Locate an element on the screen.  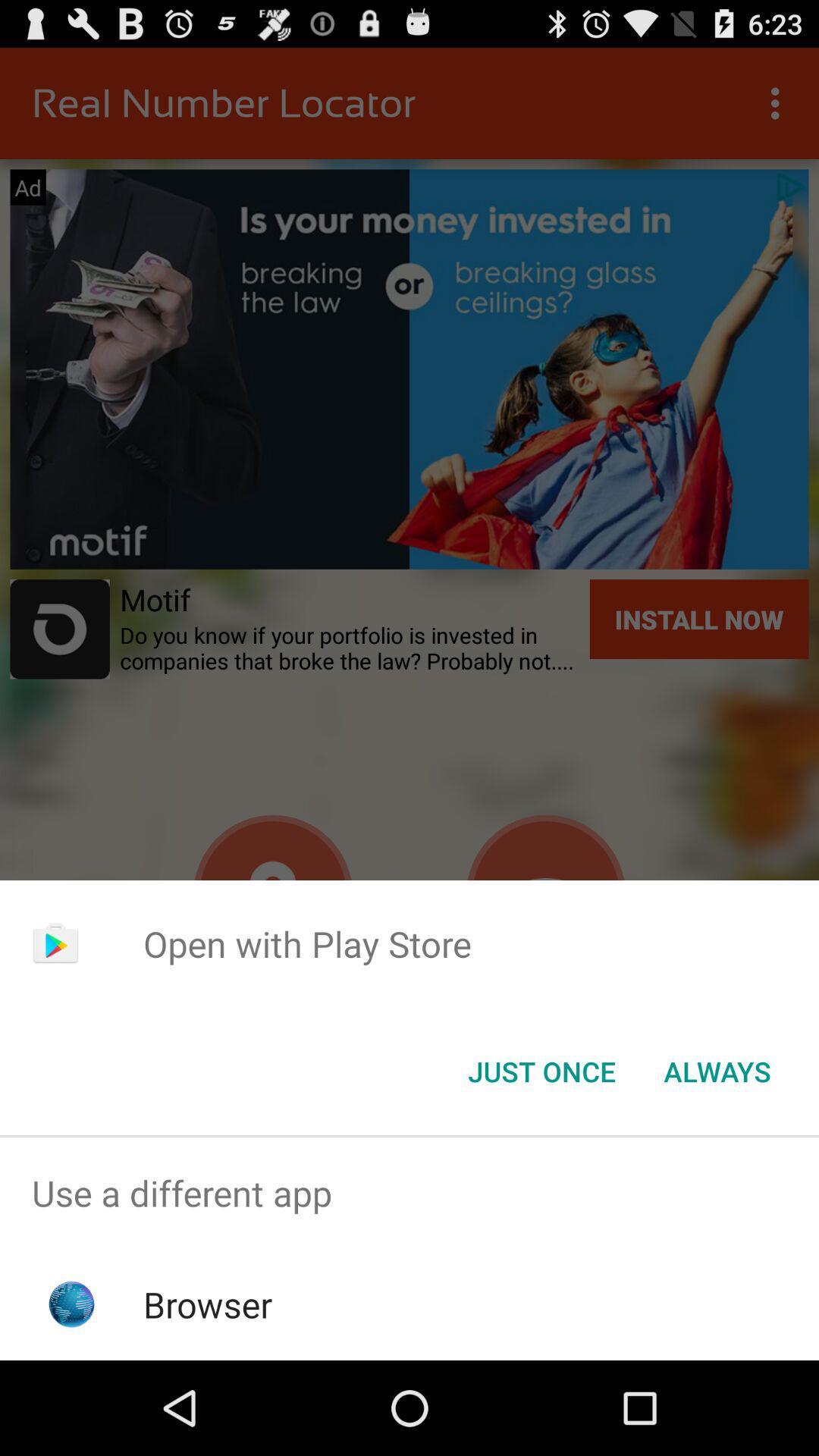
the use a different item is located at coordinates (409, 1192).